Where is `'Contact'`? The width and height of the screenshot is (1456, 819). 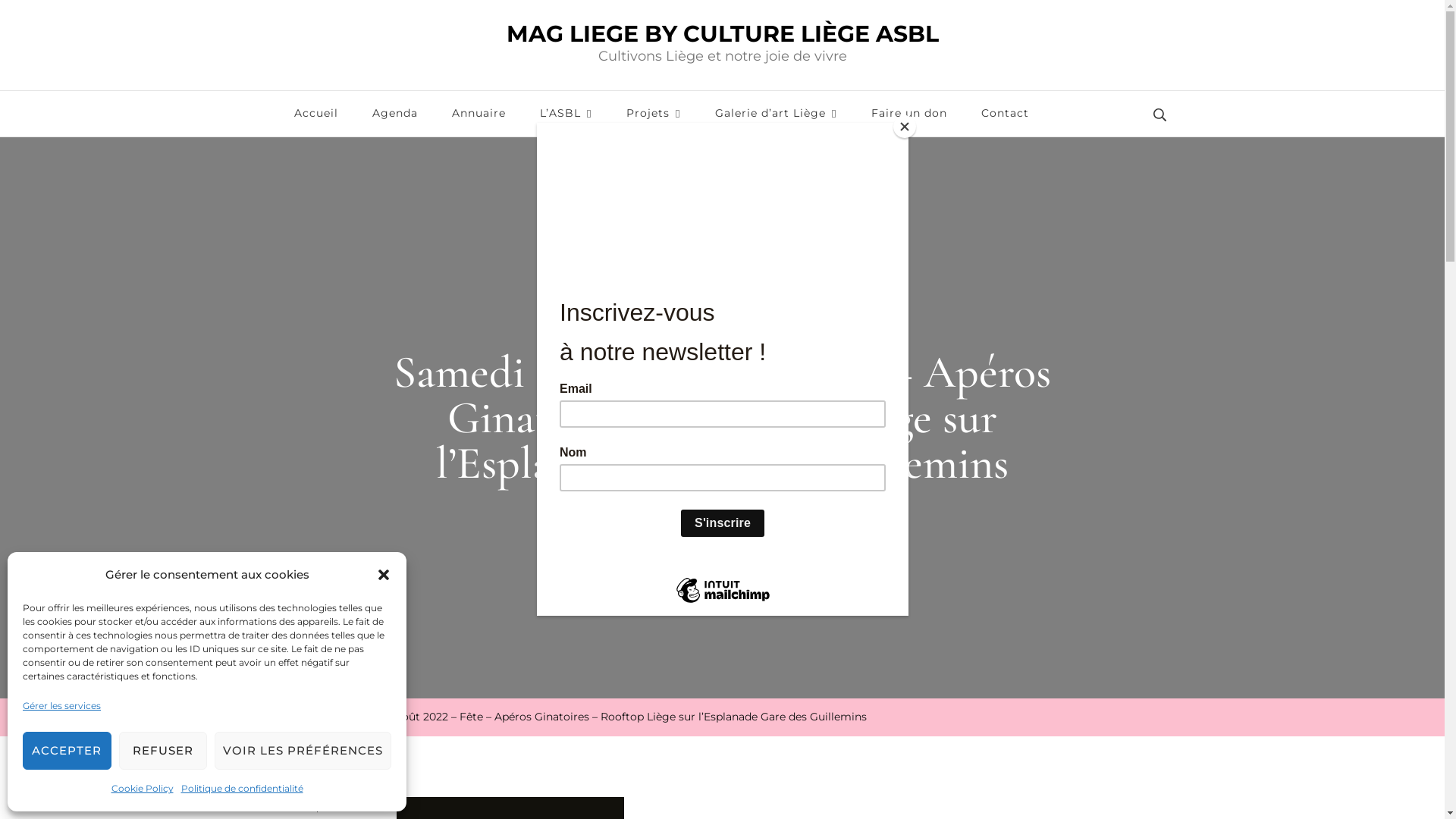 'Contact' is located at coordinates (1005, 113).